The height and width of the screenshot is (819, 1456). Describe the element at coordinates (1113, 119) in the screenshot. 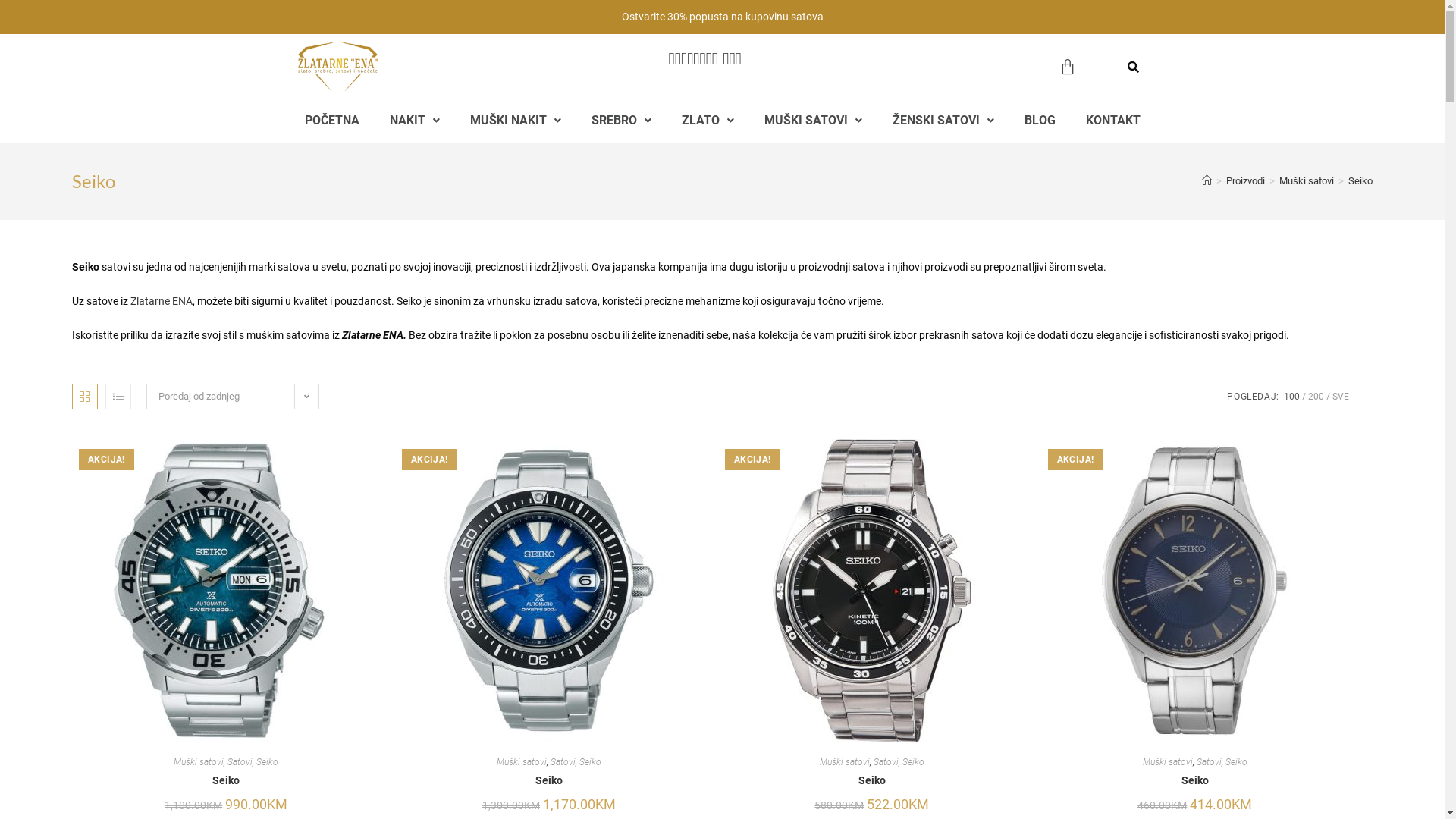

I see `'KONTAKT'` at that location.